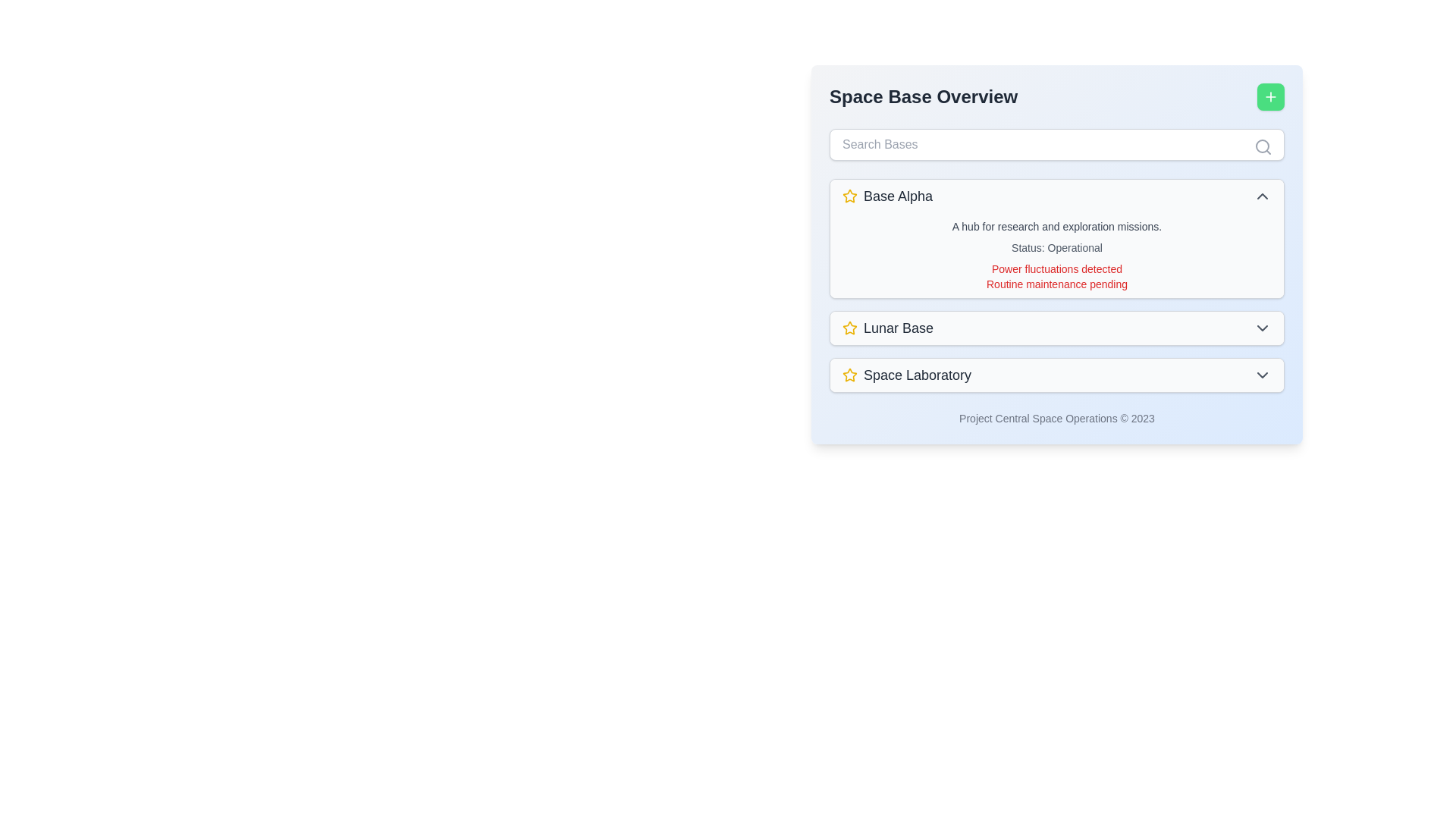 The height and width of the screenshot is (819, 1456). What do you see at coordinates (1056, 277) in the screenshot?
I see `the multiline text block displaying warning messages: 'Power fluctuations detected' and 'Routine maintenance pending', located in the 'Base Alpha' section of the application` at bounding box center [1056, 277].